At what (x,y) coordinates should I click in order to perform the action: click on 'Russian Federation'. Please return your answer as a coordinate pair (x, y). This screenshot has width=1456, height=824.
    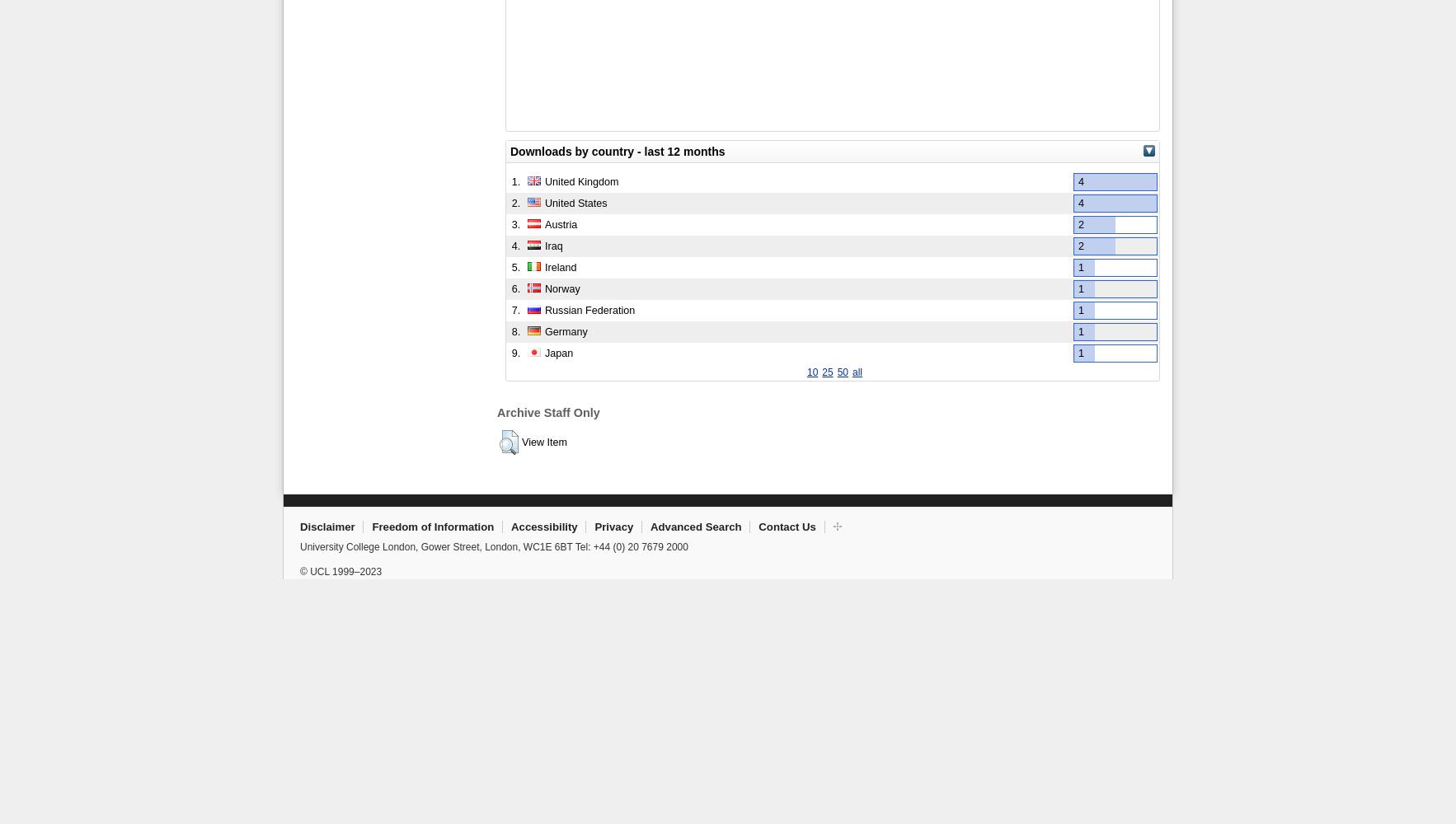
    Looking at the image, I should click on (589, 310).